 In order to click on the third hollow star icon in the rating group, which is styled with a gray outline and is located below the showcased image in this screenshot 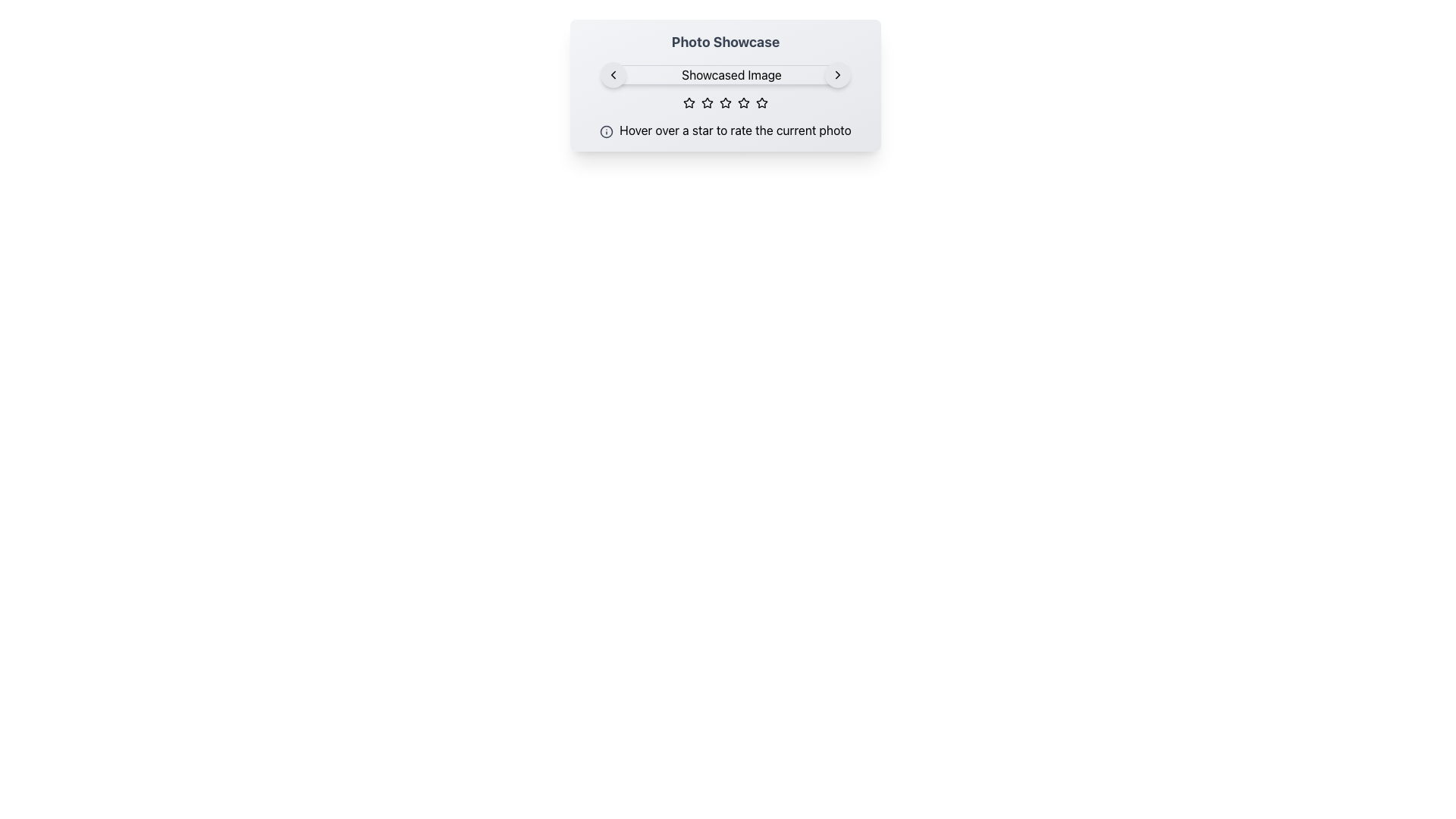, I will do `click(724, 102)`.